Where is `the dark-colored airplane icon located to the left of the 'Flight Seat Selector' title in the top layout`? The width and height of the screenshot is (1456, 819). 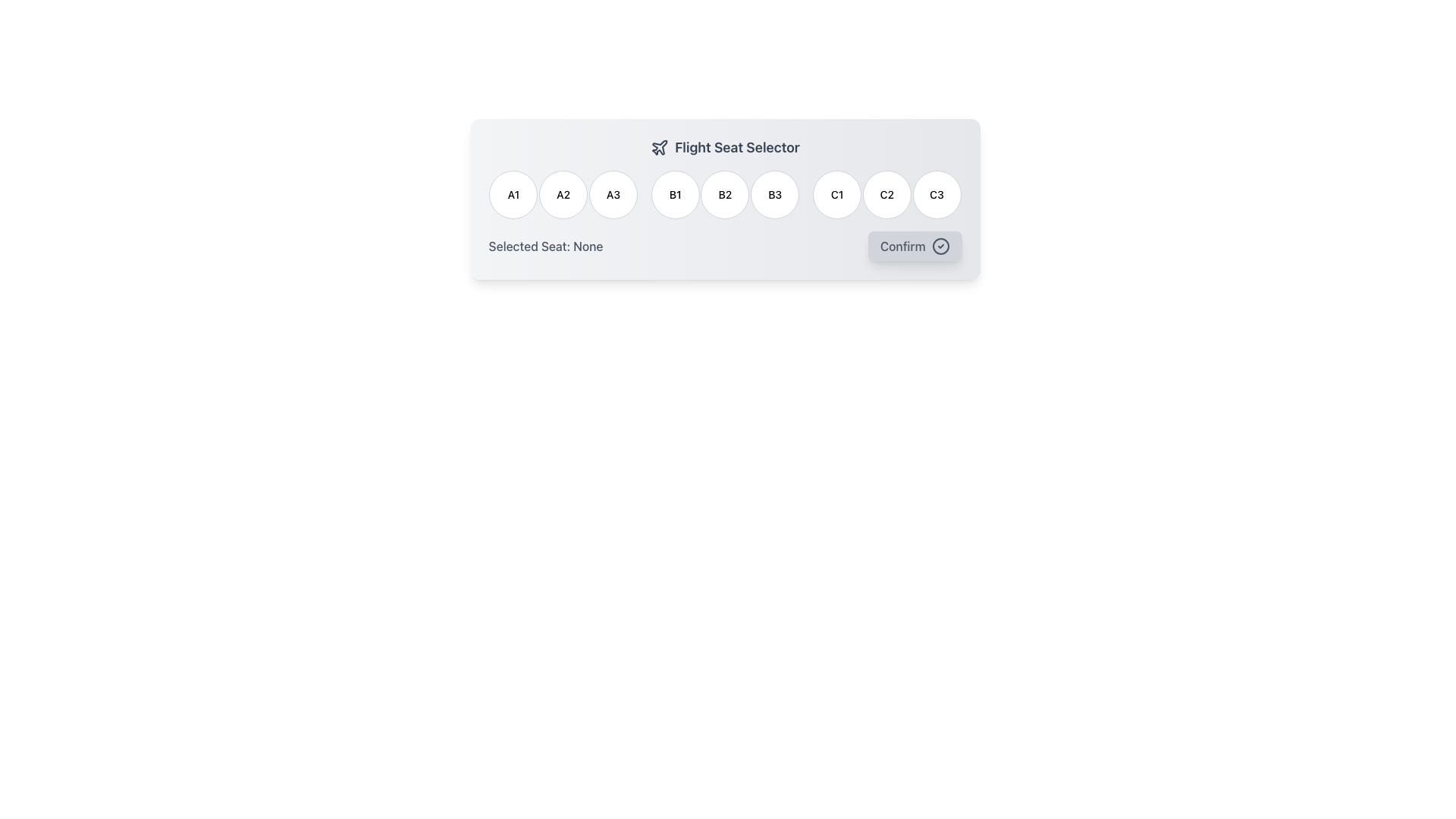
the dark-colored airplane icon located to the left of the 'Flight Seat Selector' title in the top layout is located at coordinates (660, 148).